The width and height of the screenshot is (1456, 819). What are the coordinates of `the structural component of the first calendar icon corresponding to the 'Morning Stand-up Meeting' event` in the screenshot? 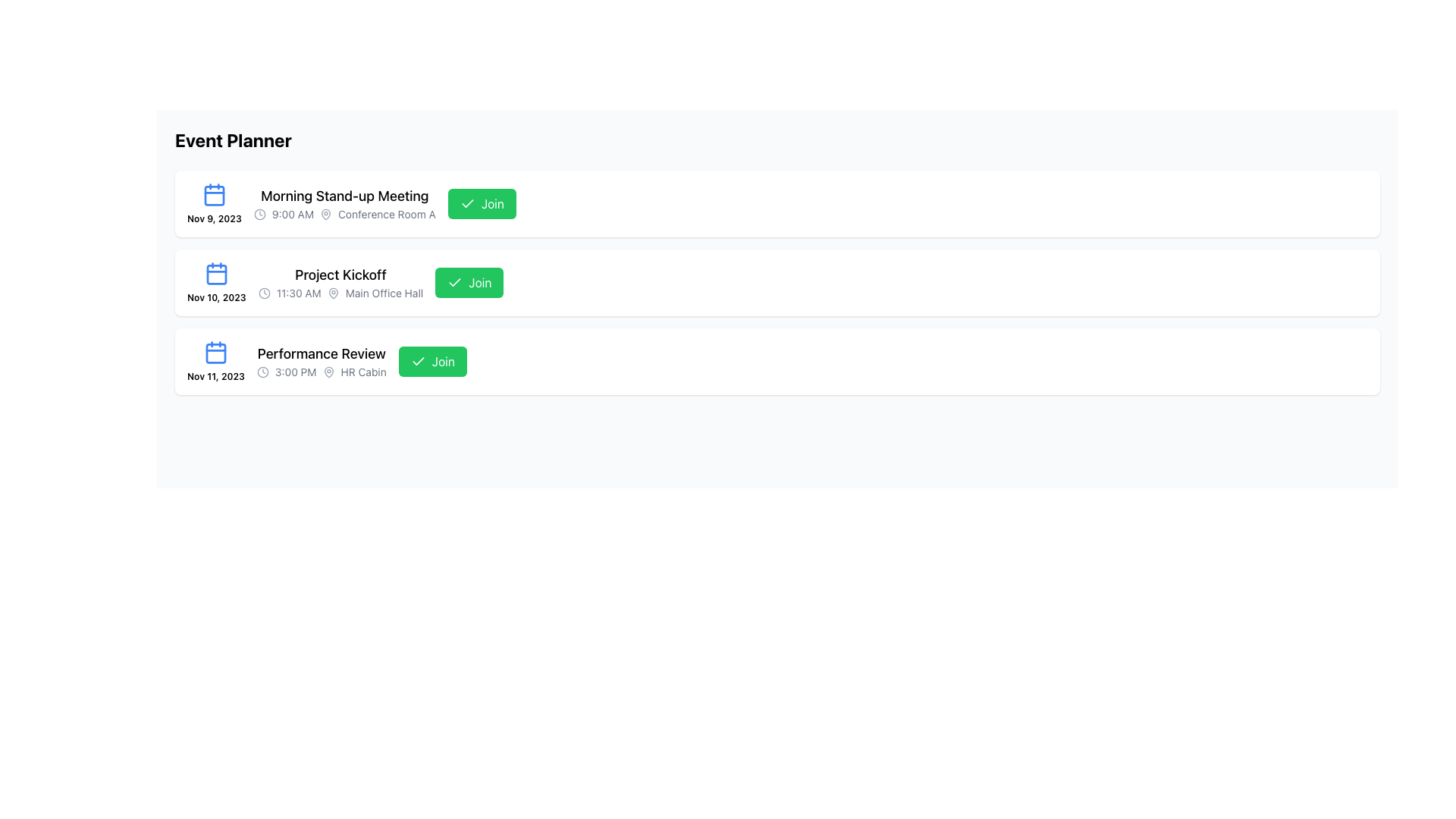 It's located at (213, 195).